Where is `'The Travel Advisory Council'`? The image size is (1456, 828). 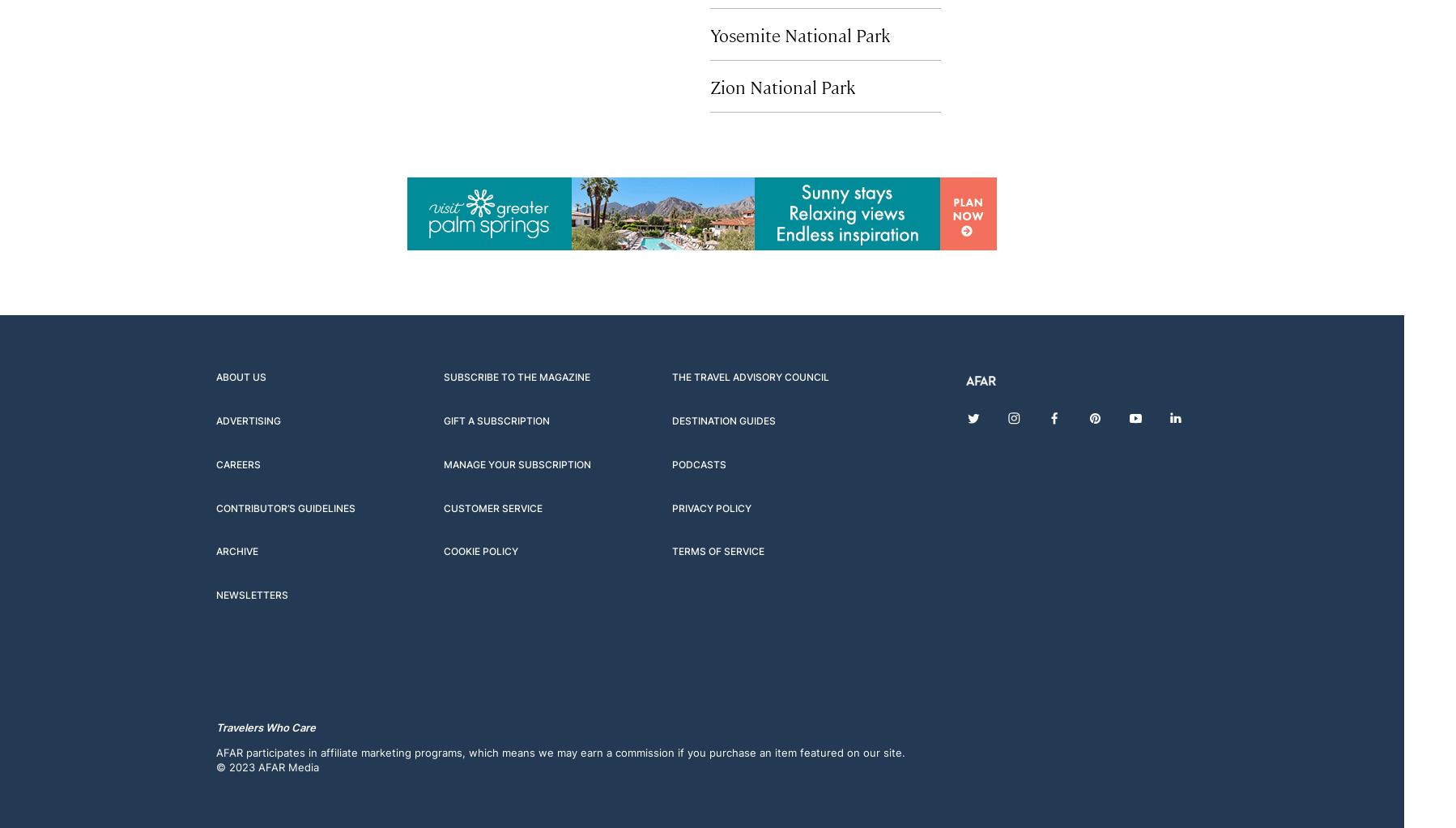 'The Travel Advisory Council' is located at coordinates (671, 376).